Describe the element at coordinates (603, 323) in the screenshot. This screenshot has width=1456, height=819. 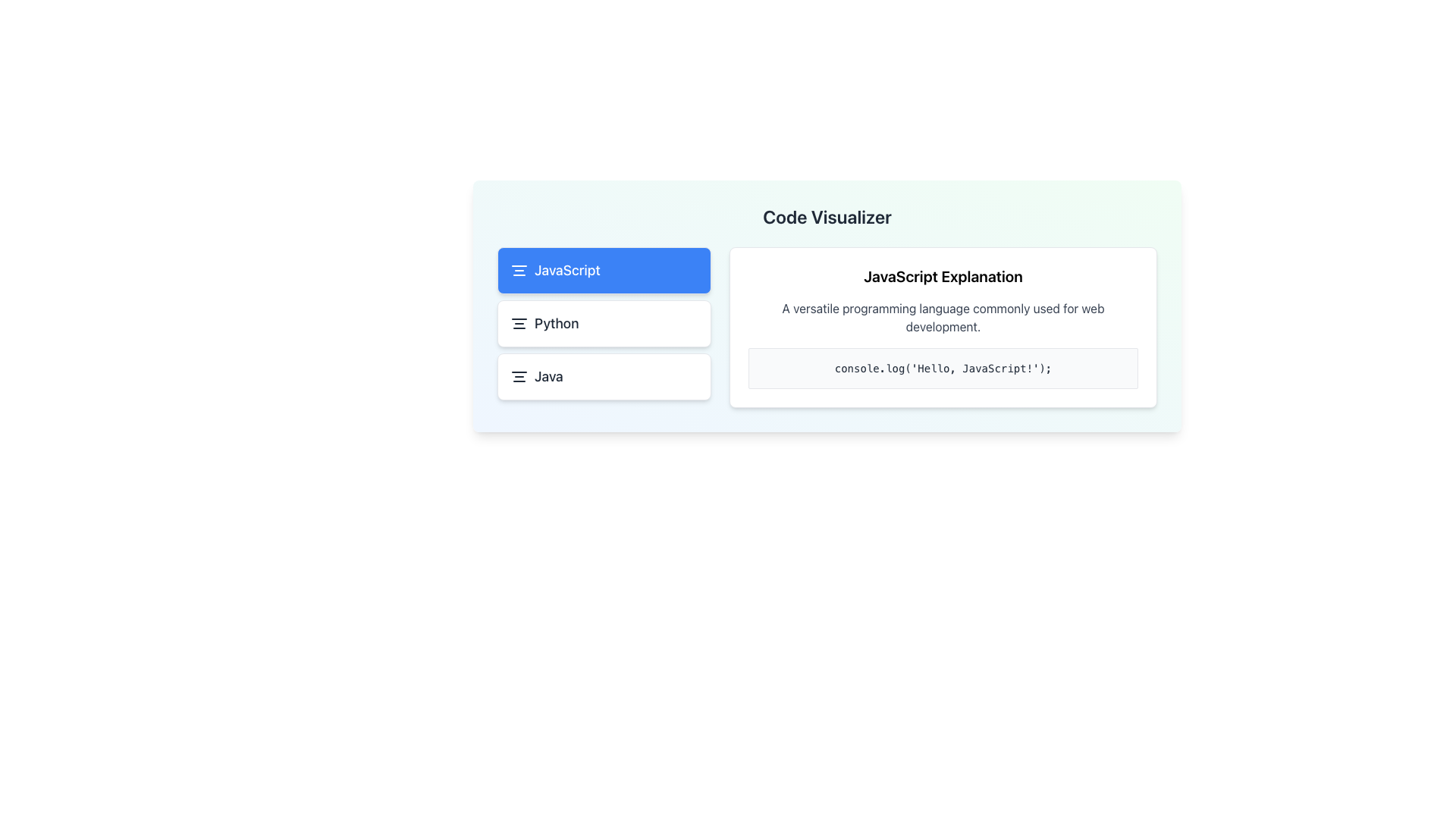
I see `the middle button in the vertical group of three buttons, located under the 'JavaScript' button and above the 'Java' button` at that location.